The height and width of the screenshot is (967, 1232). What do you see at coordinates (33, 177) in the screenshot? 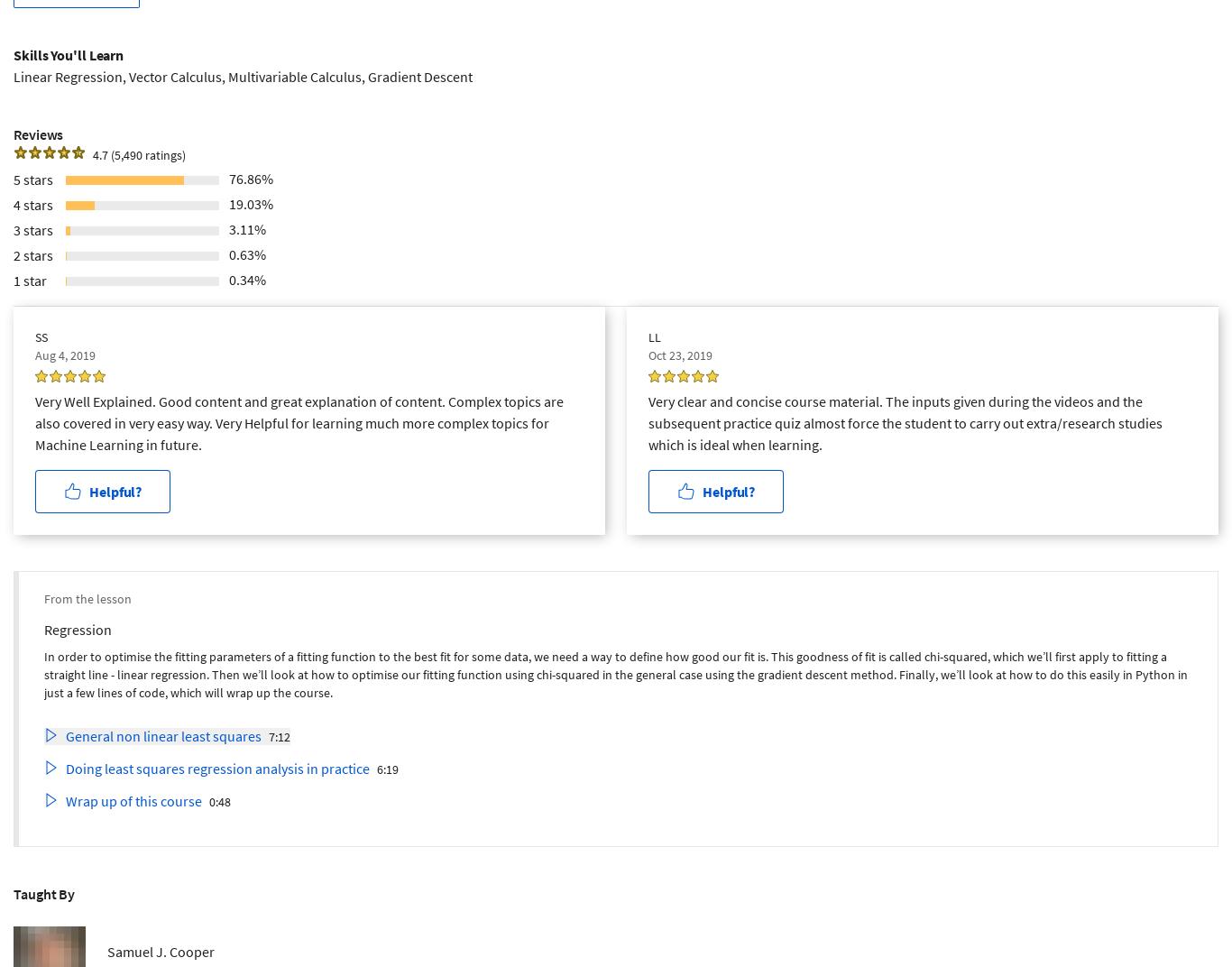
I see `'5 stars'` at bounding box center [33, 177].